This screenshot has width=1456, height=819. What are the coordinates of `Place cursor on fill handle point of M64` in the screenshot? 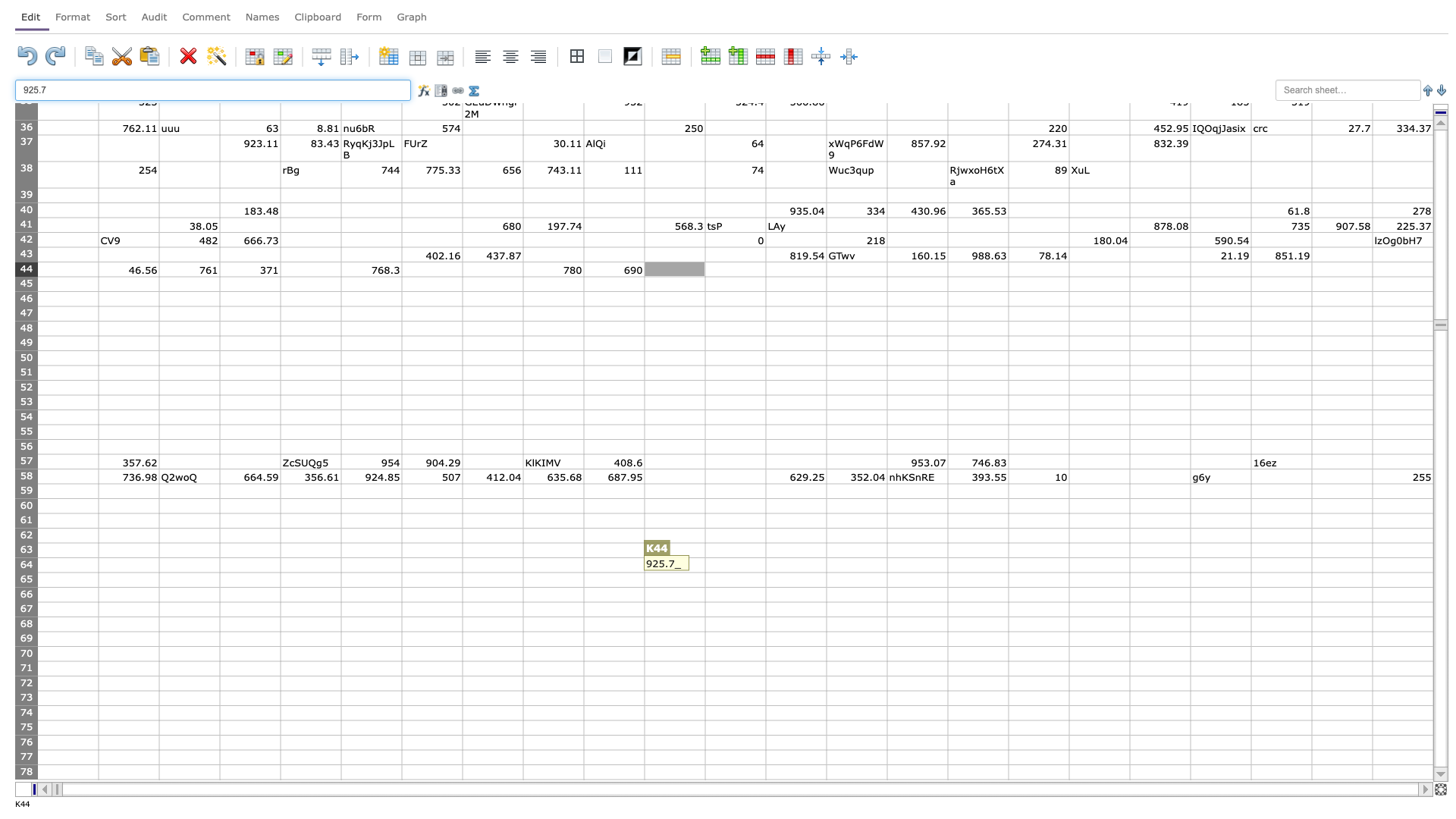 It's located at (825, 573).